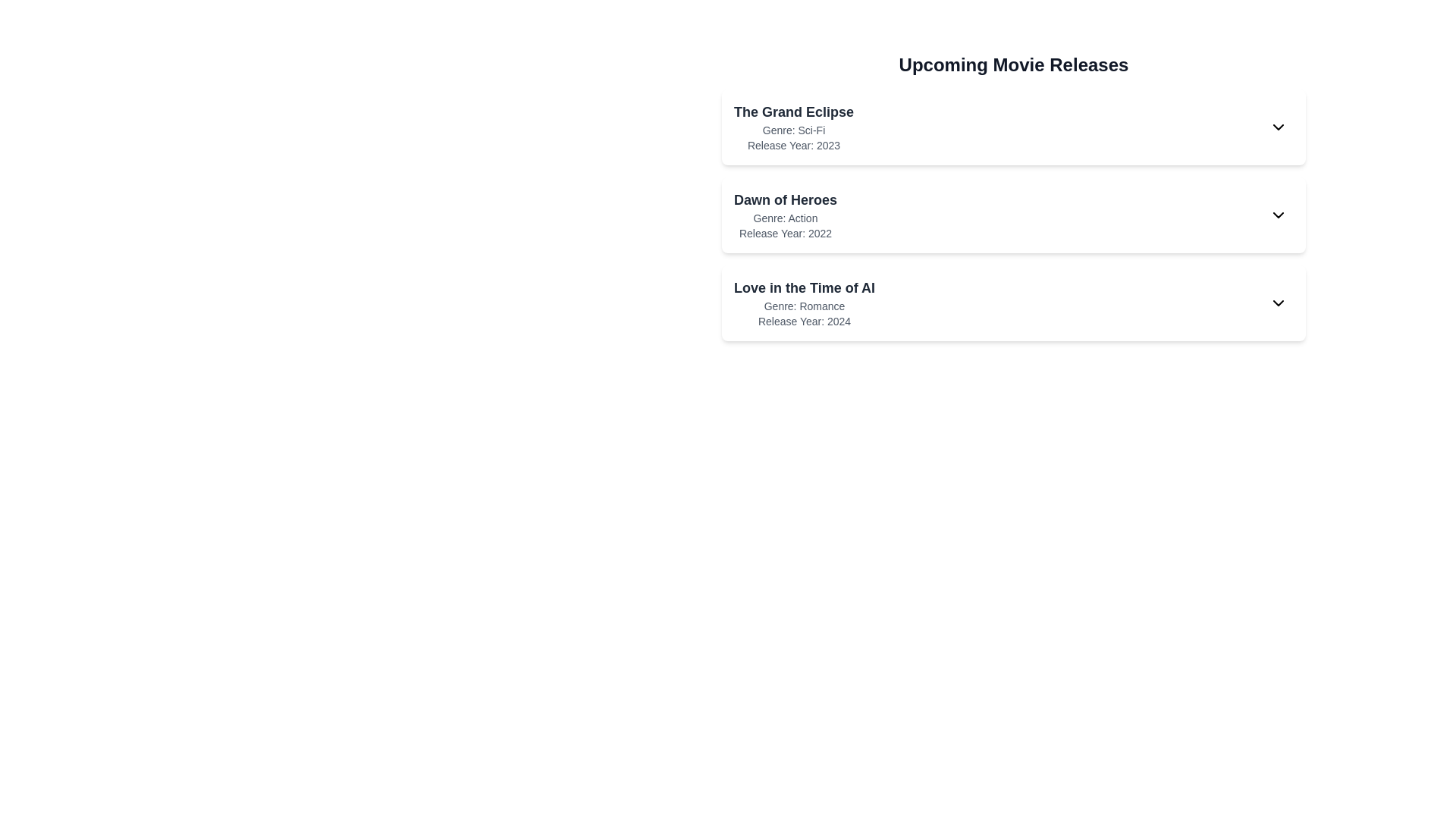 This screenshot has width=1456, height=819. I want to click on expand/collapse button for the movie identified by its title Dawn of Heroes, so click(1277, 215).